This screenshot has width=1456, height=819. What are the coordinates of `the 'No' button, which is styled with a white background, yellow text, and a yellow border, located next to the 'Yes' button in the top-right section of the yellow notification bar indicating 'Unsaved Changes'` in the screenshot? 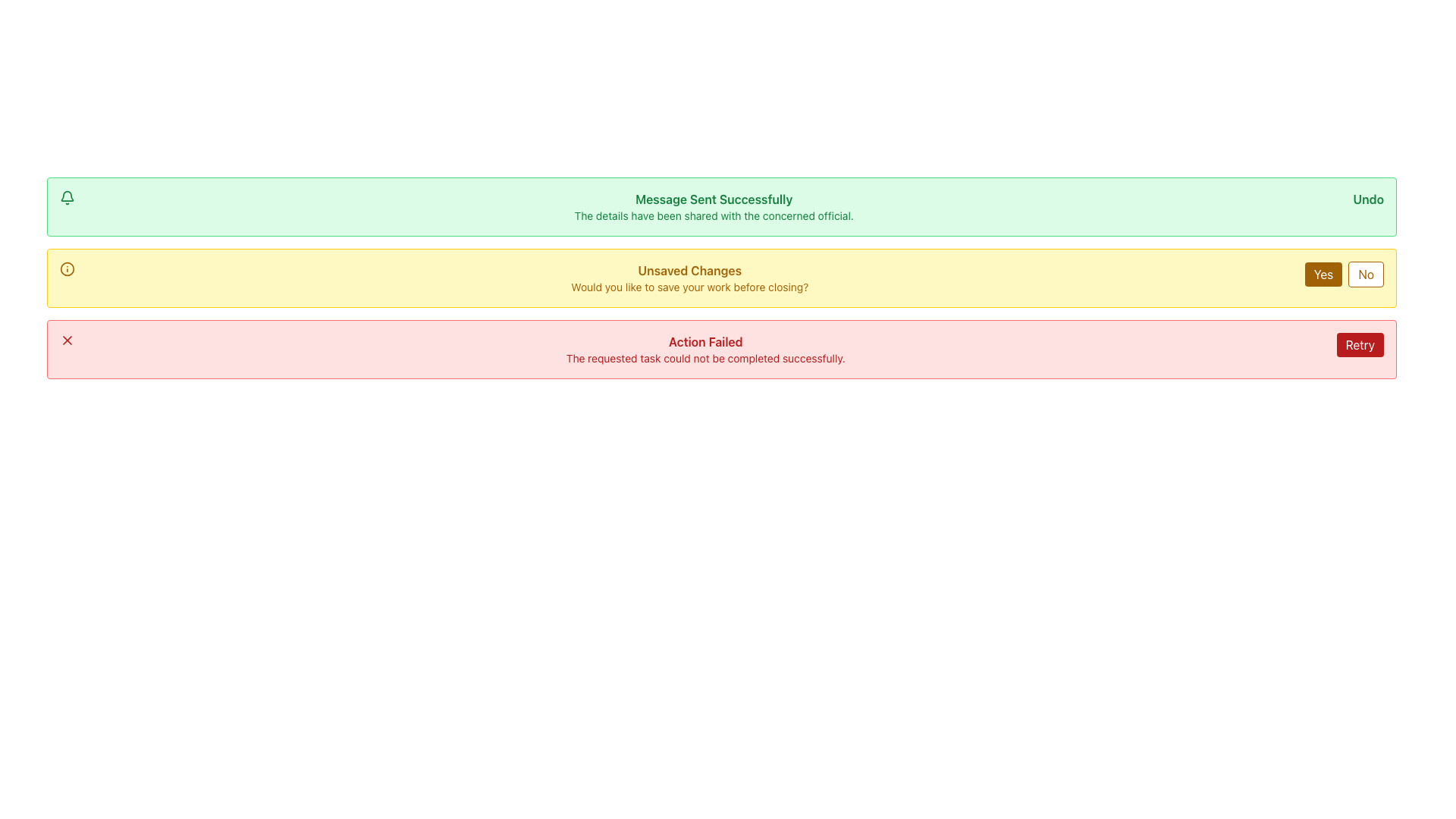 It's located at (1366, 275).